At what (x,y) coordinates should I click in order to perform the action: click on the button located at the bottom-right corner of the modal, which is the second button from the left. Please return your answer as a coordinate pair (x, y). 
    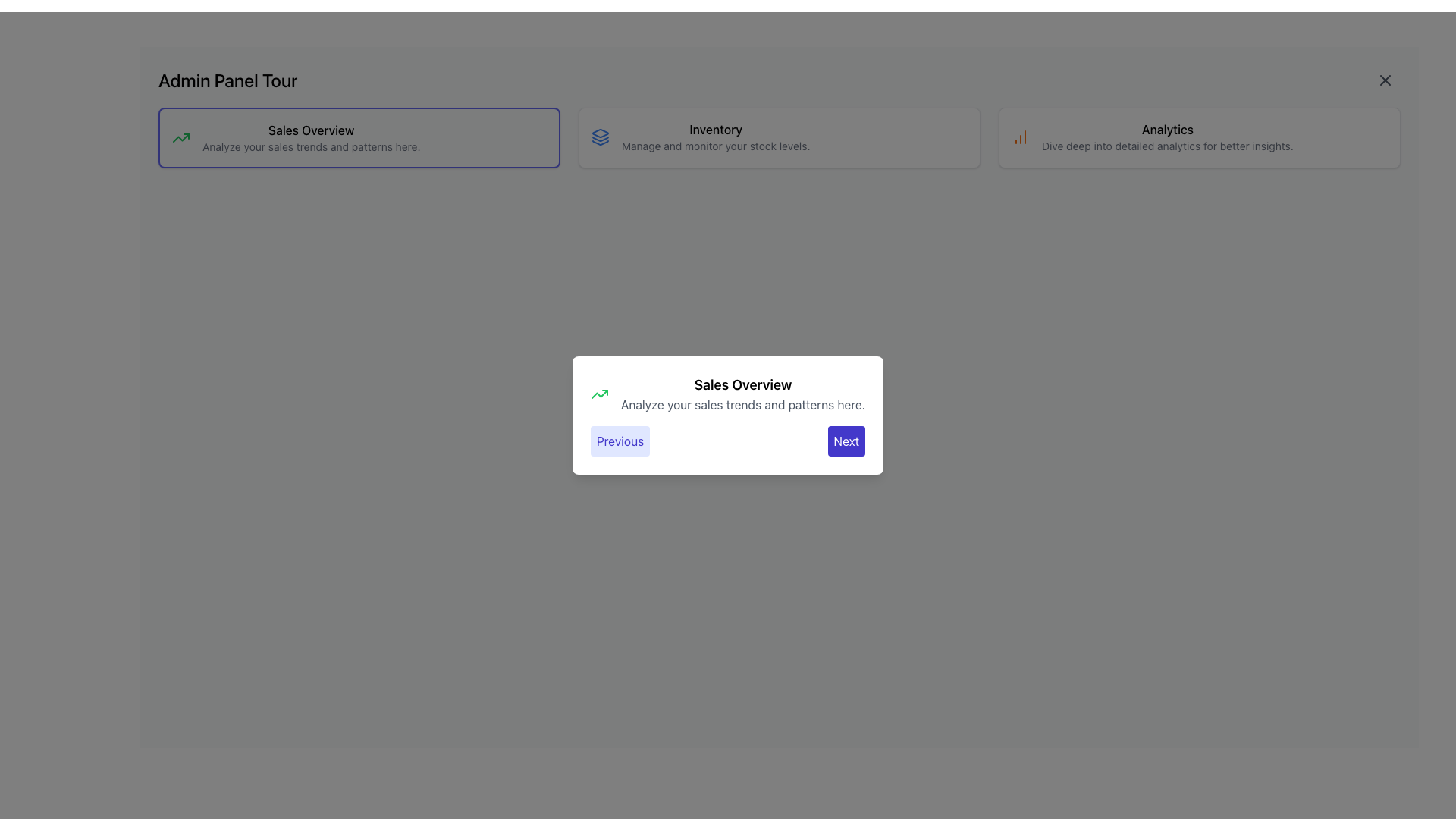
    Looking at the image, I should click on (846, 441).